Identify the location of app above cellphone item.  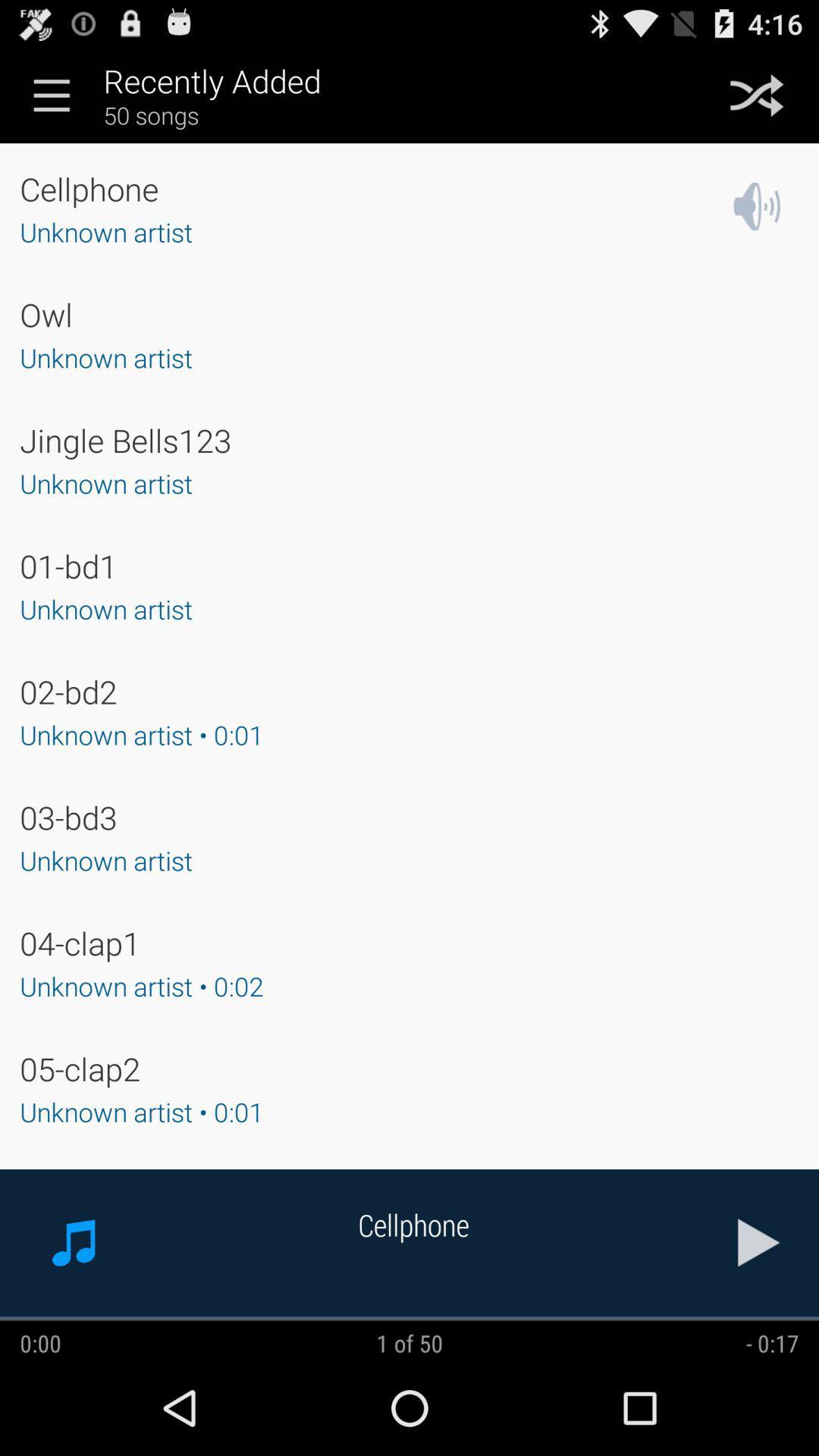
(51, 94).